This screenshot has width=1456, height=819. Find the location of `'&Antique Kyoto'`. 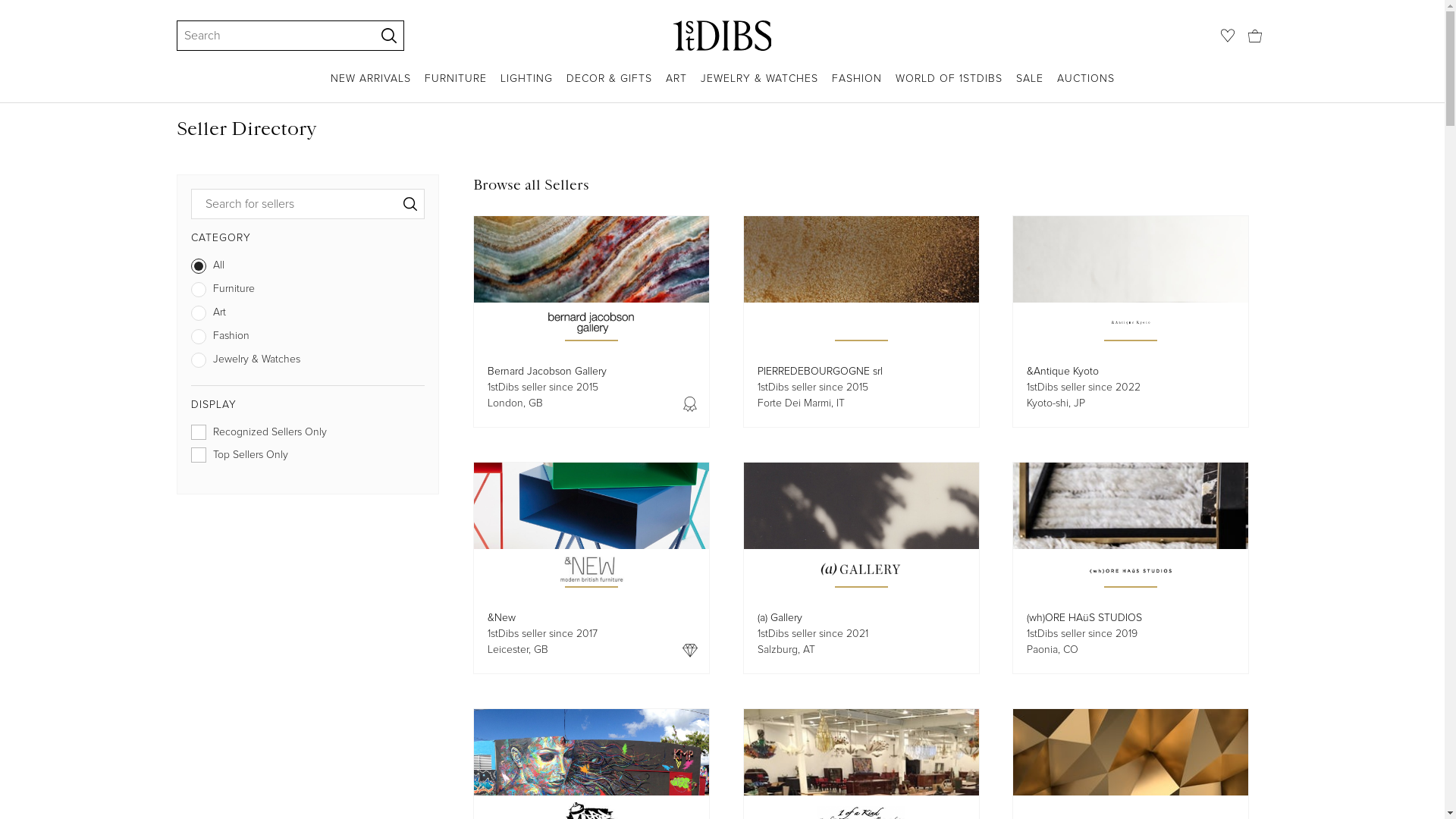

'&Antique Kyoto' is located at coordinates (1062, 371).